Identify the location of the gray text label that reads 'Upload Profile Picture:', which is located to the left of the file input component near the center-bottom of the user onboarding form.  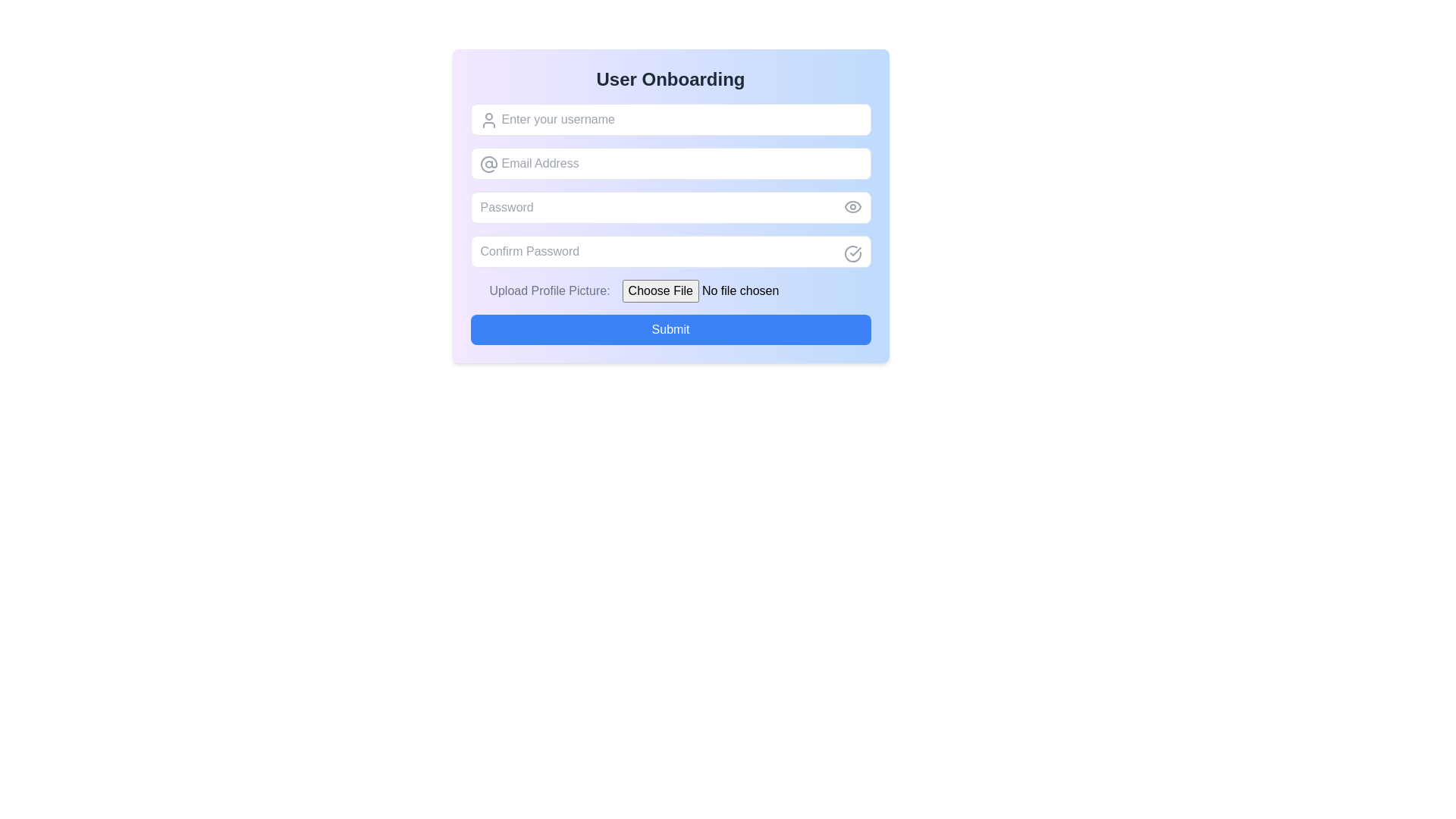
(548, 290).